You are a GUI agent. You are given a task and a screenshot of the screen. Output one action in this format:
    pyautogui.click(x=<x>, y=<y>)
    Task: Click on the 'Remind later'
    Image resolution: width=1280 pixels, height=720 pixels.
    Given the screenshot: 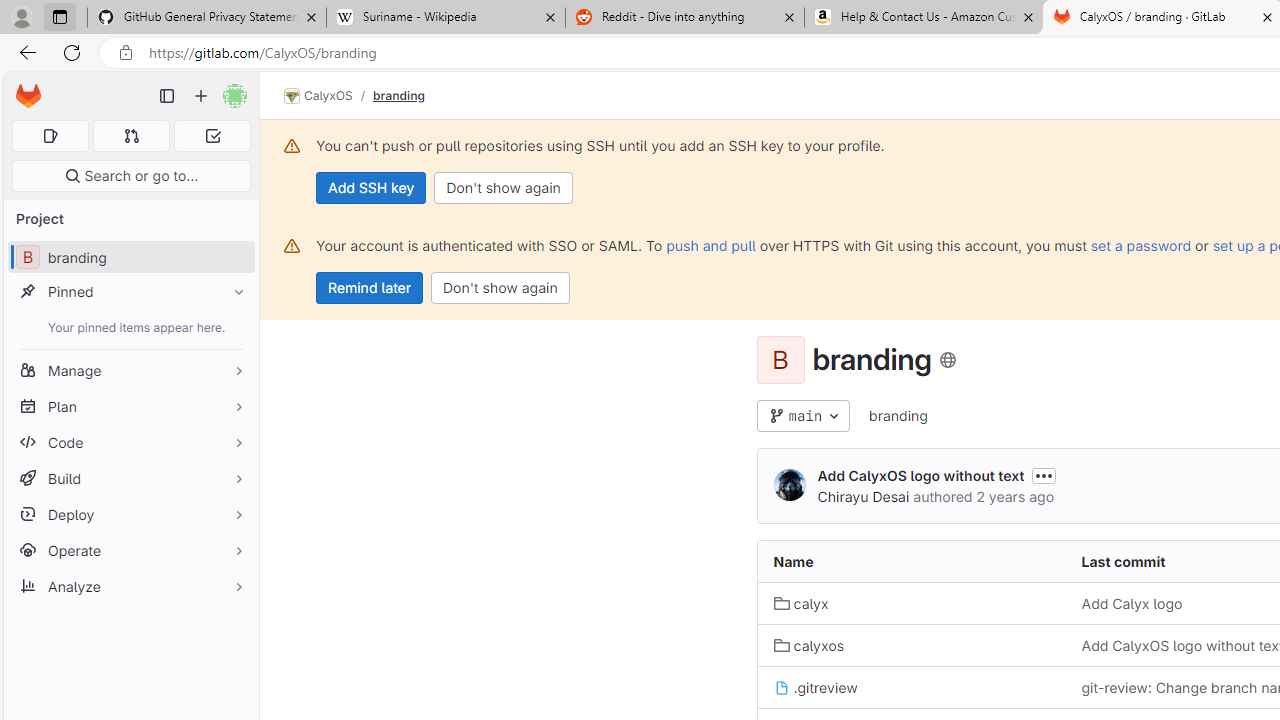 What is the action you would take?
    pyautogui.click(x=369, y=288)
    